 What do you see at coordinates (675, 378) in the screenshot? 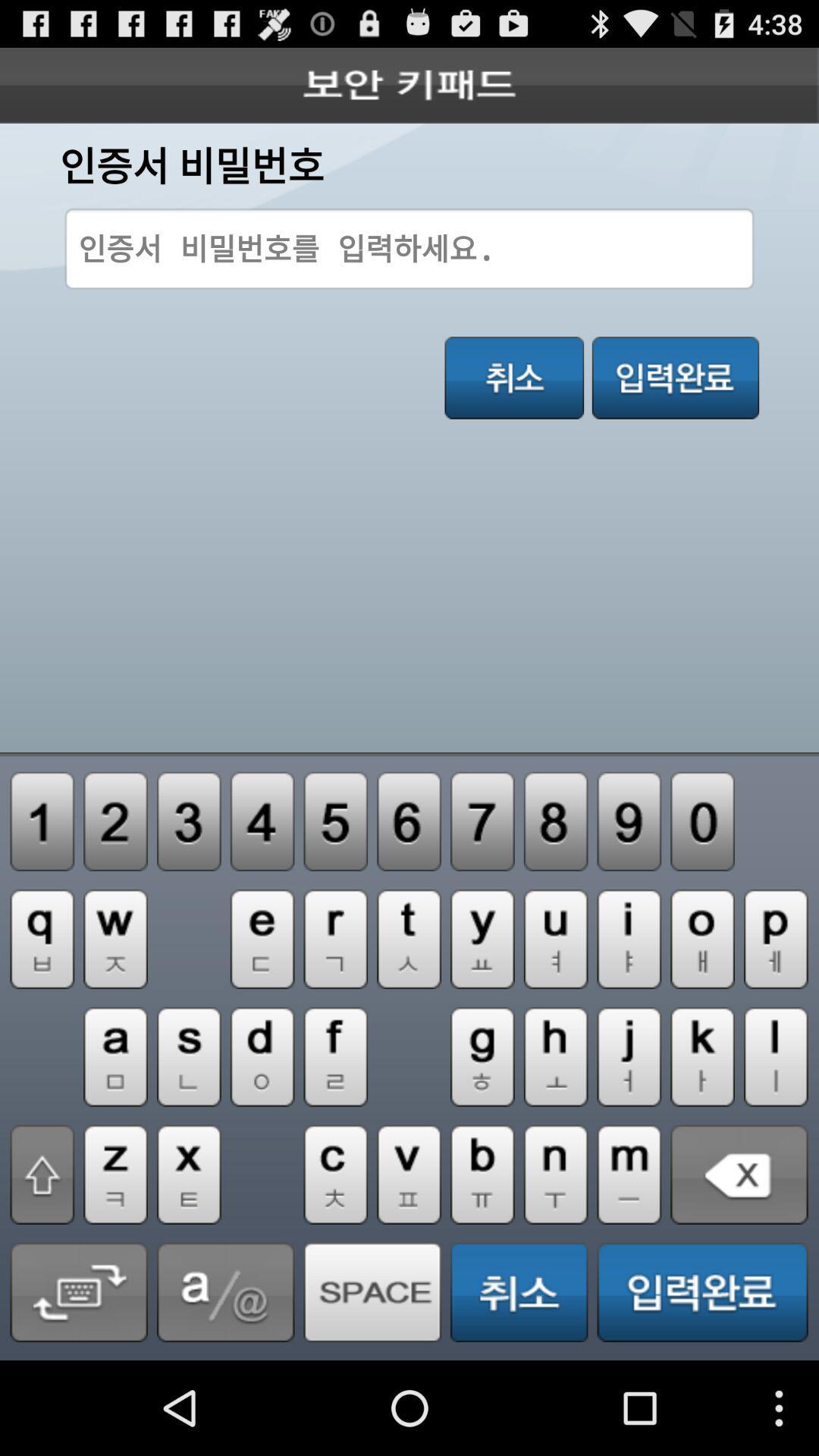
I see `item at the top right corner` at bounding box center [675, 378].